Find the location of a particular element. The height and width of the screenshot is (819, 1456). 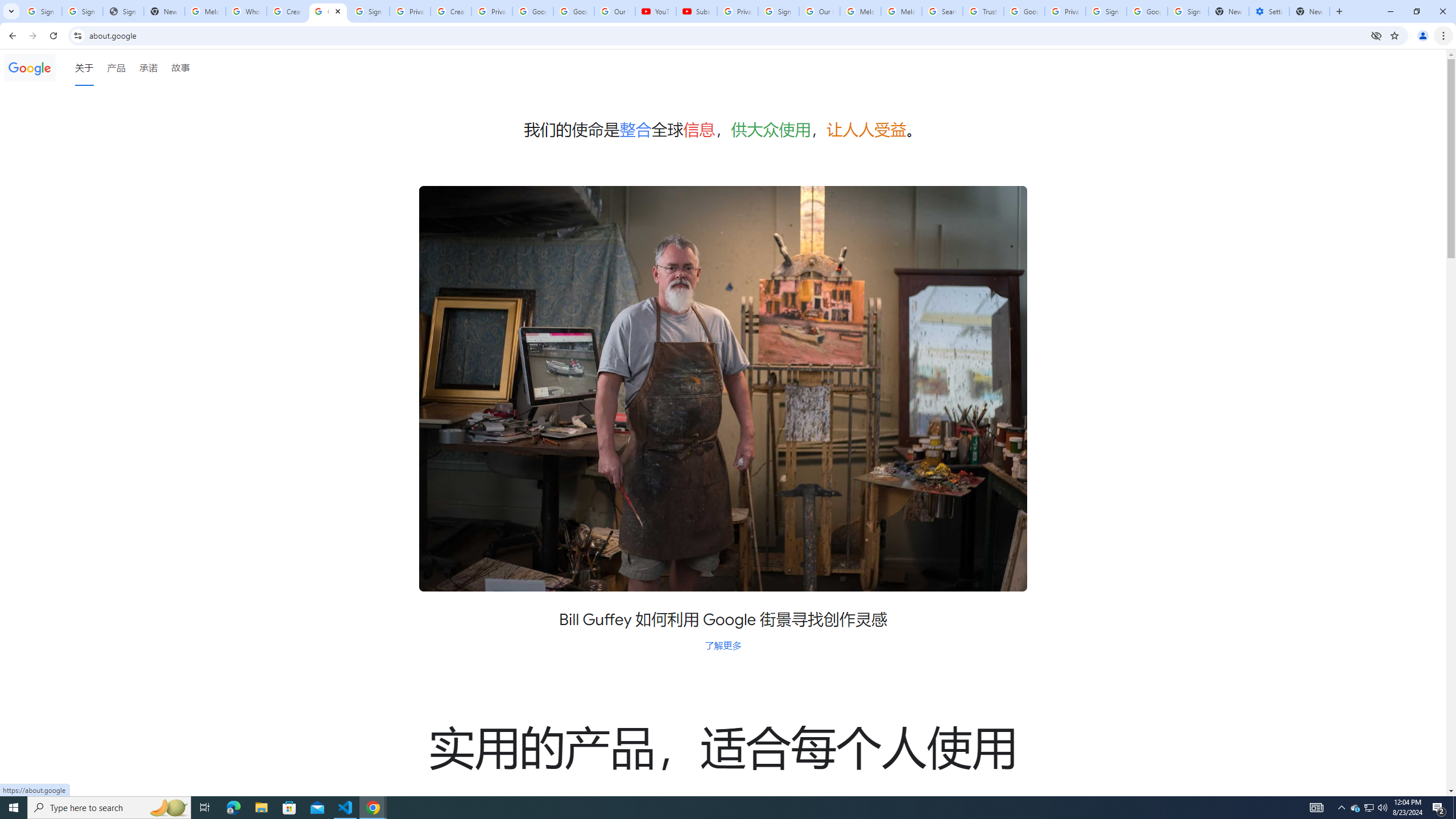

'New Tab' is located at coordinates (1309, 11).